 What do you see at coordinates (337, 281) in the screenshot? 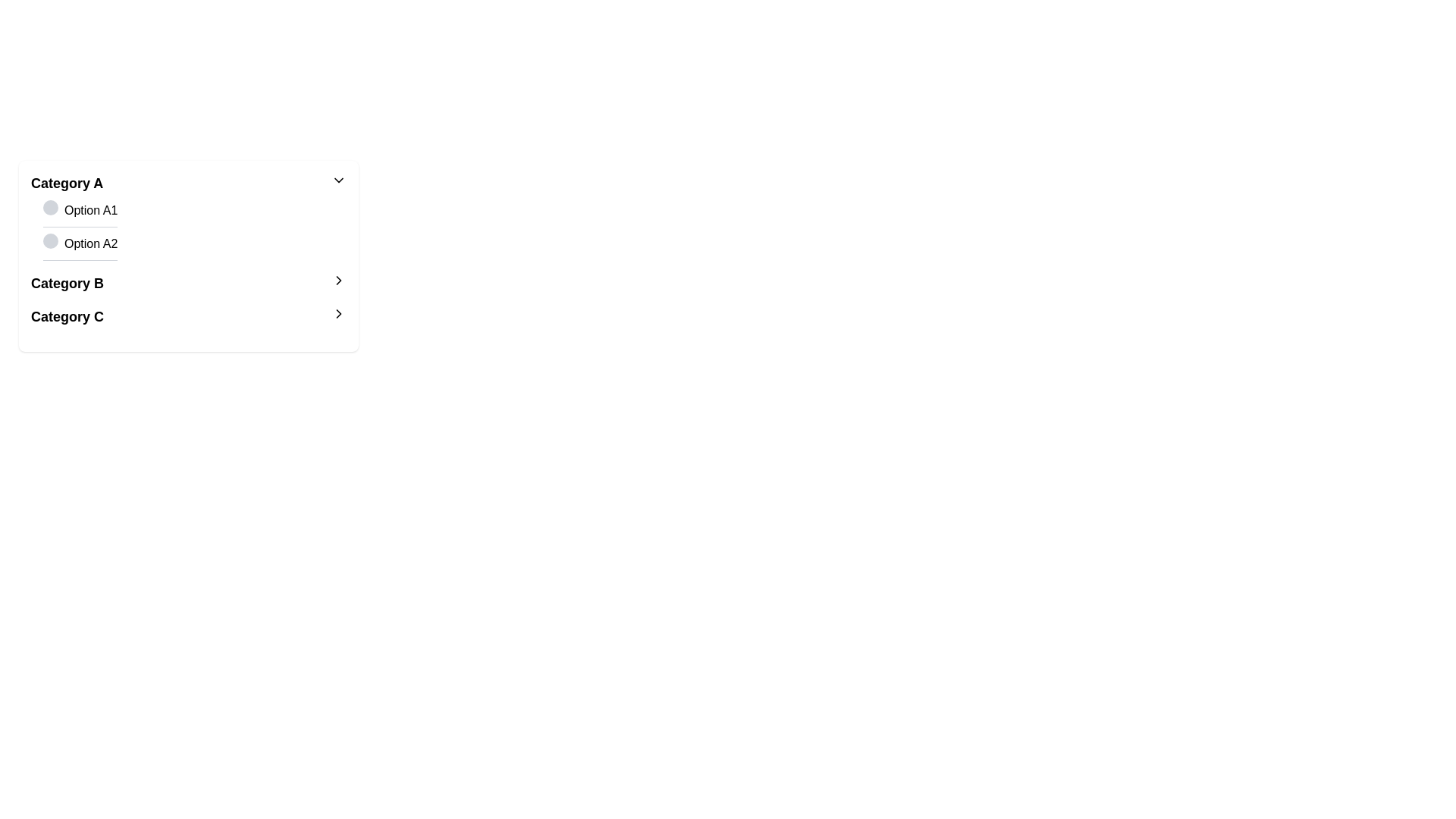
I see `the expandability icon adjacent to the 'Category B' text in the second list item to interact with it` at bounding box center [337, 281].